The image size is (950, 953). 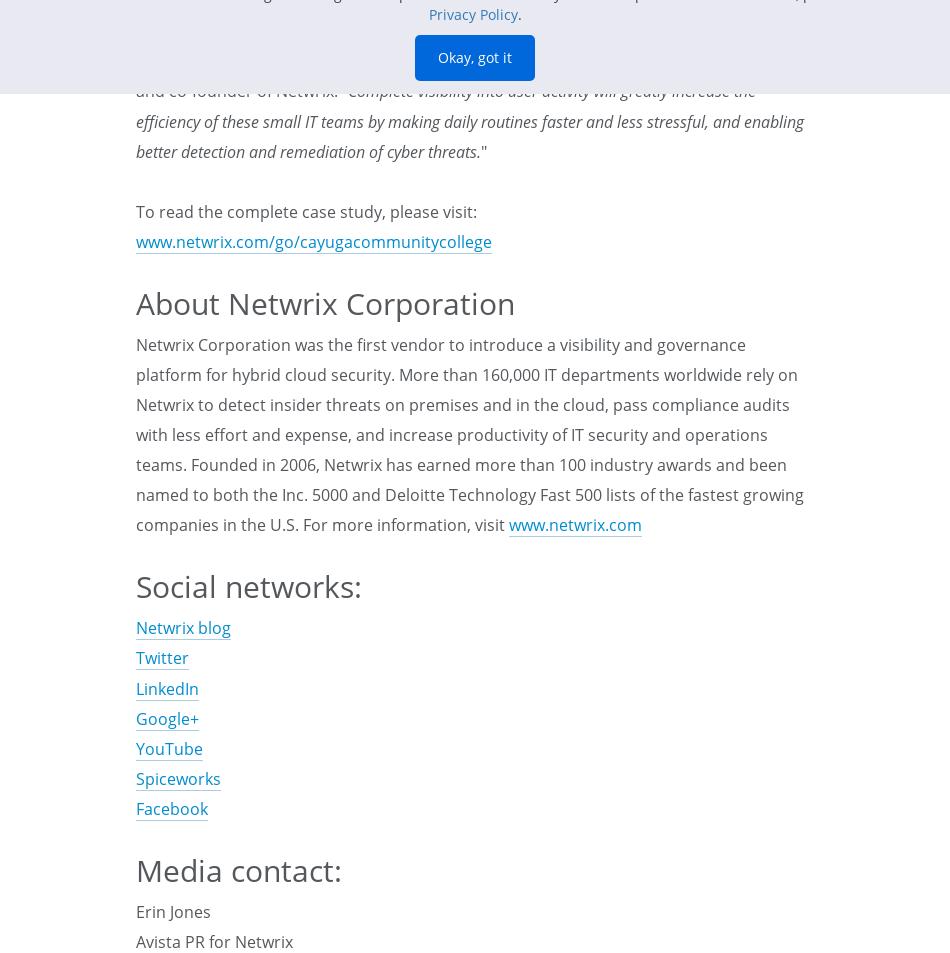 I want to click on 'To read the complete case study, please visit:', so click(x=305, y=209).